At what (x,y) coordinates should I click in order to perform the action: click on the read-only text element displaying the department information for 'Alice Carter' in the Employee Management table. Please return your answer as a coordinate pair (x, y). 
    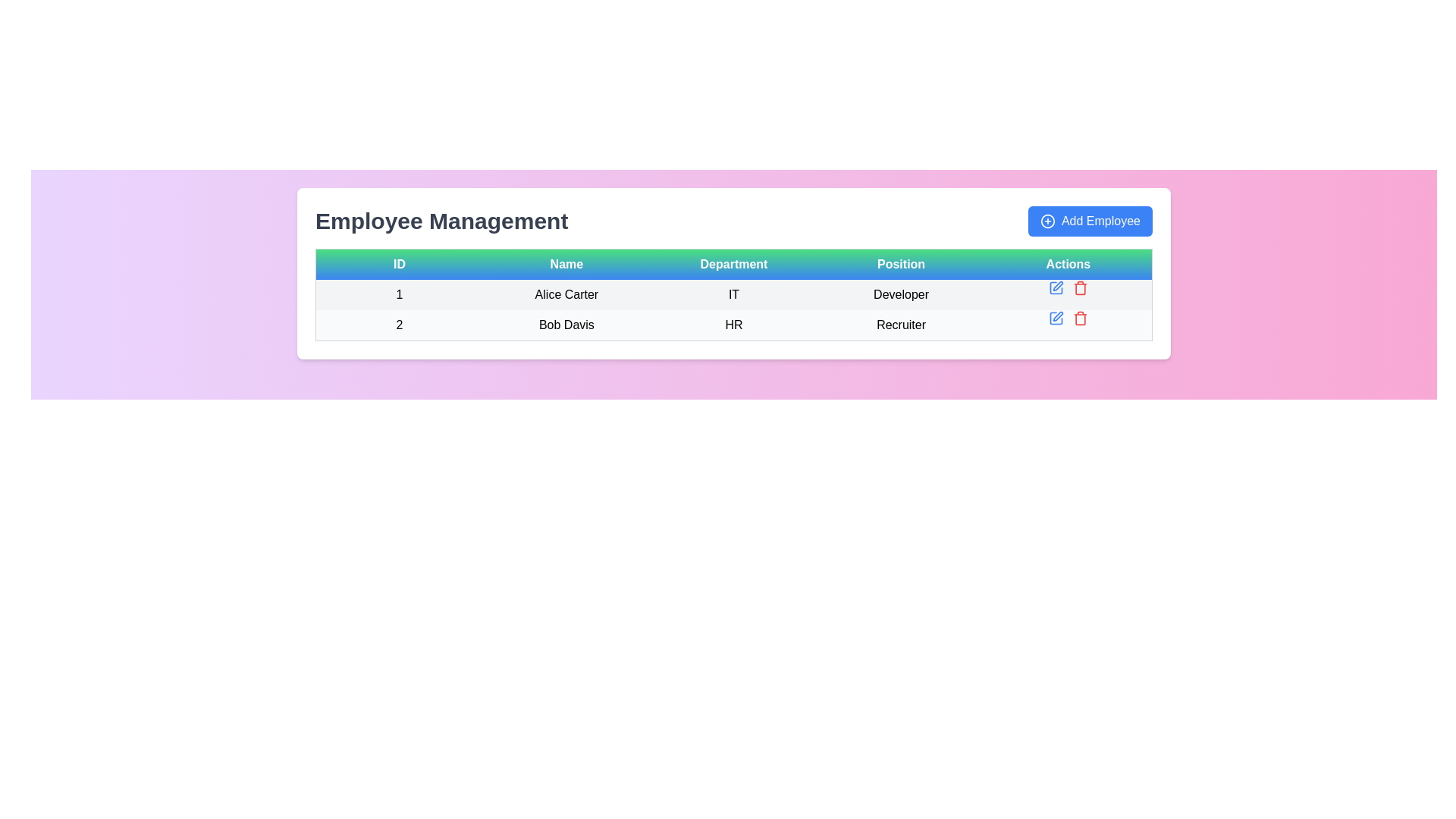
    Looking at the image, I should click on (734, 295).